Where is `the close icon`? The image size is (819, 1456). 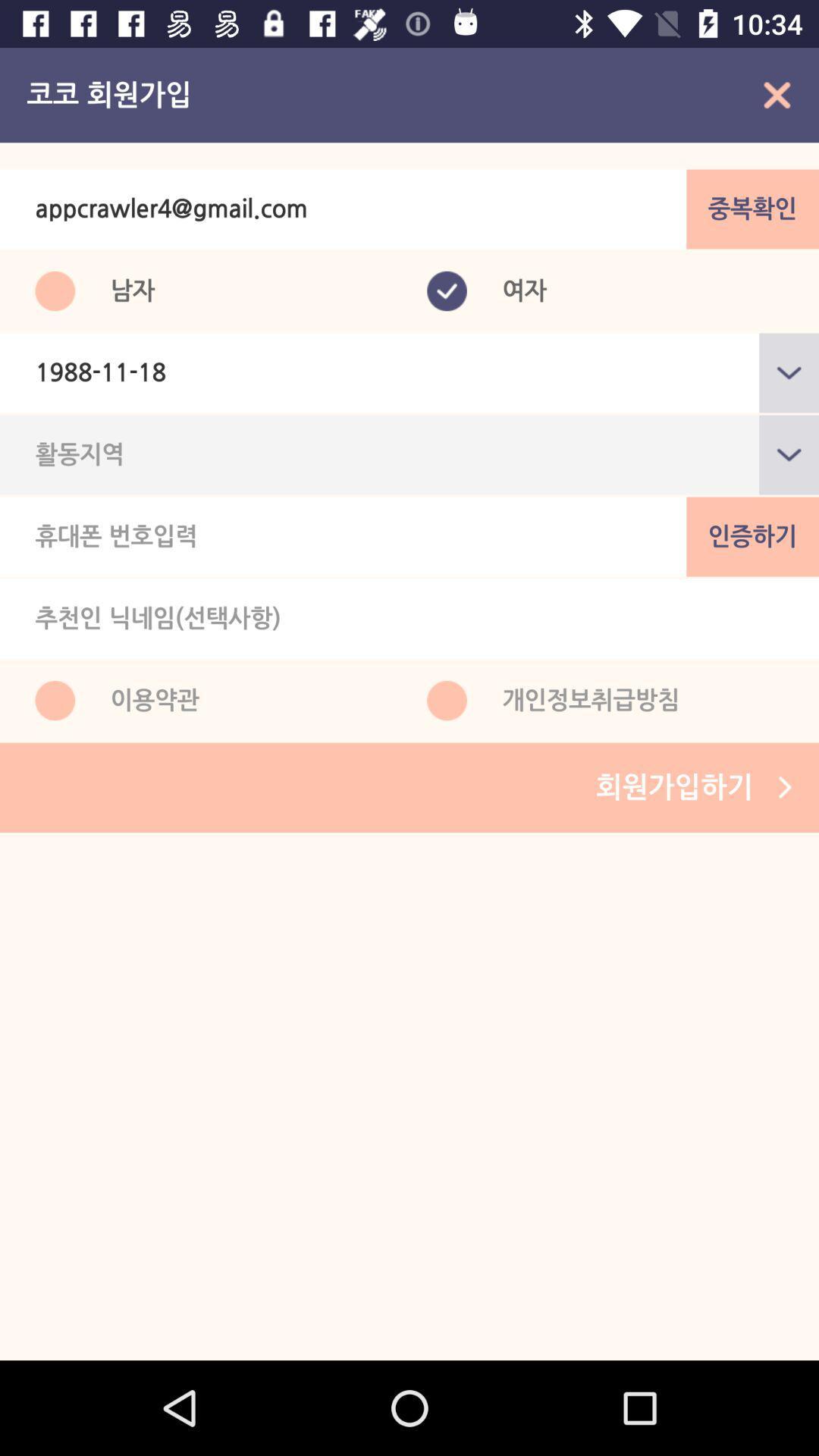
the close icon is located at coordinates (777, 94).